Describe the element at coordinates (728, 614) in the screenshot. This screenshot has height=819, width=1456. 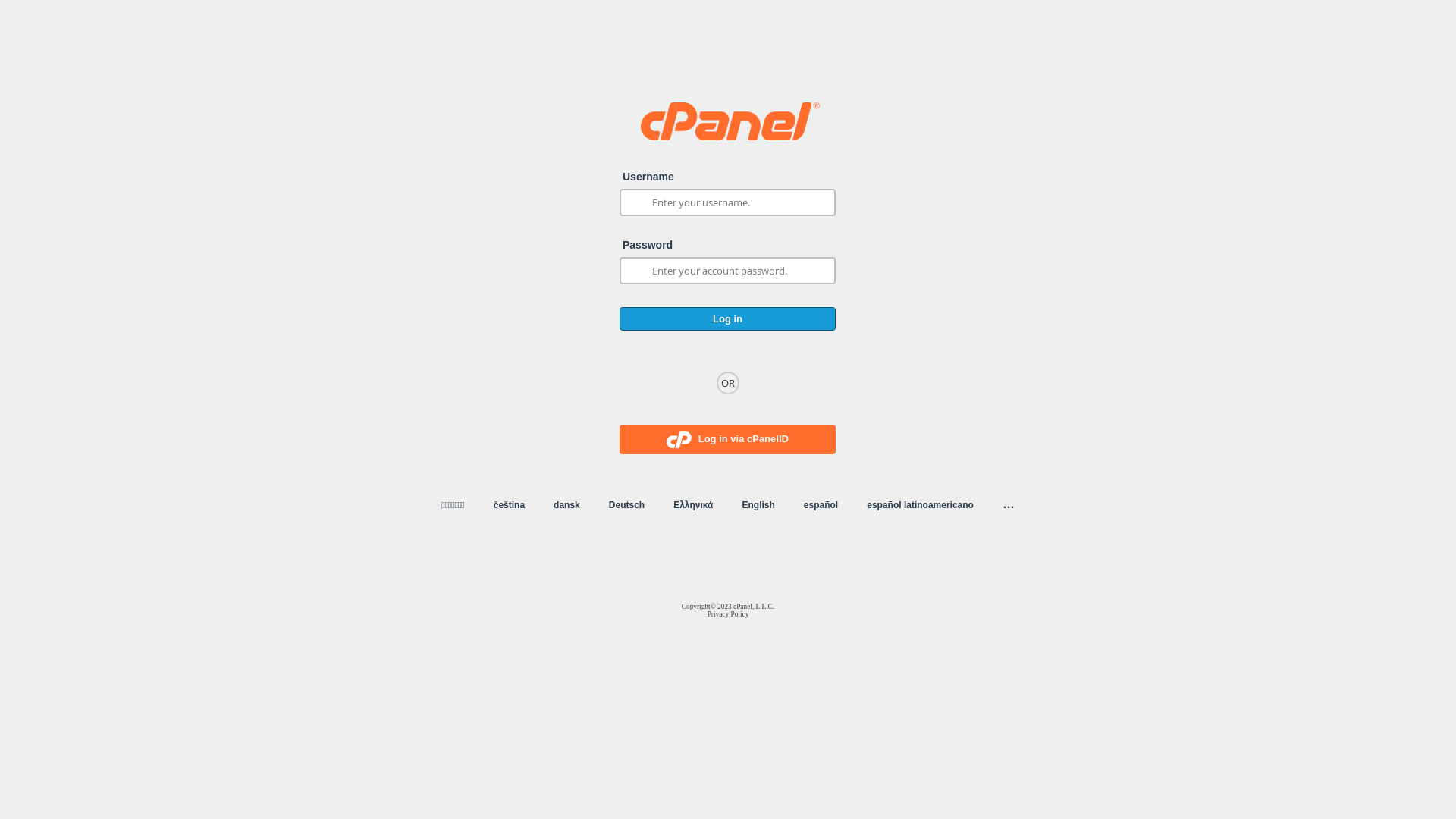
I see `'Privacy Policy'` at that location.